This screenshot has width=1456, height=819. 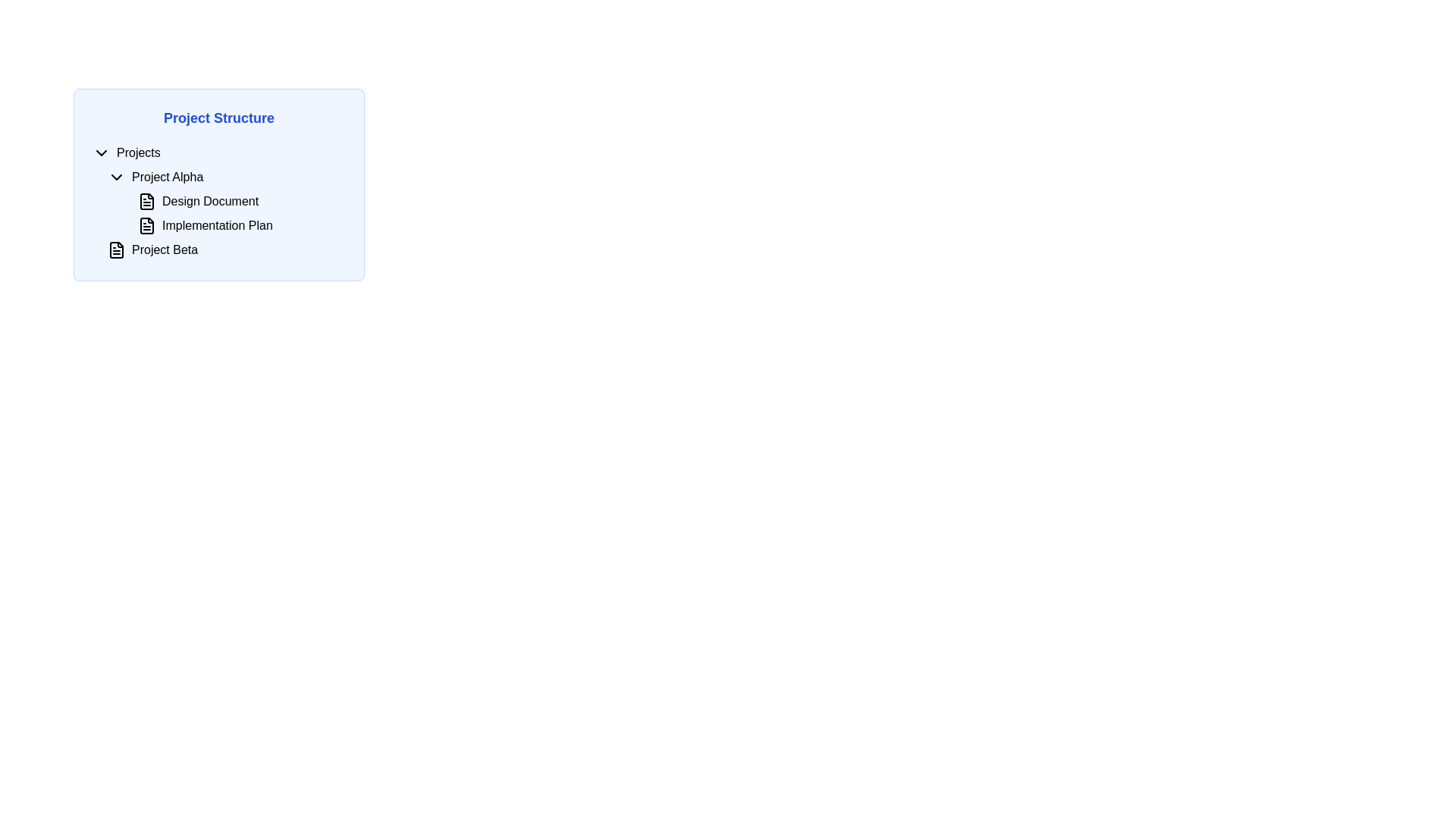 I want to click on the Collapsible Header Item under 'Project Structure' to navigate and expand or collapse its sub-items, so click(x=218, y=152).